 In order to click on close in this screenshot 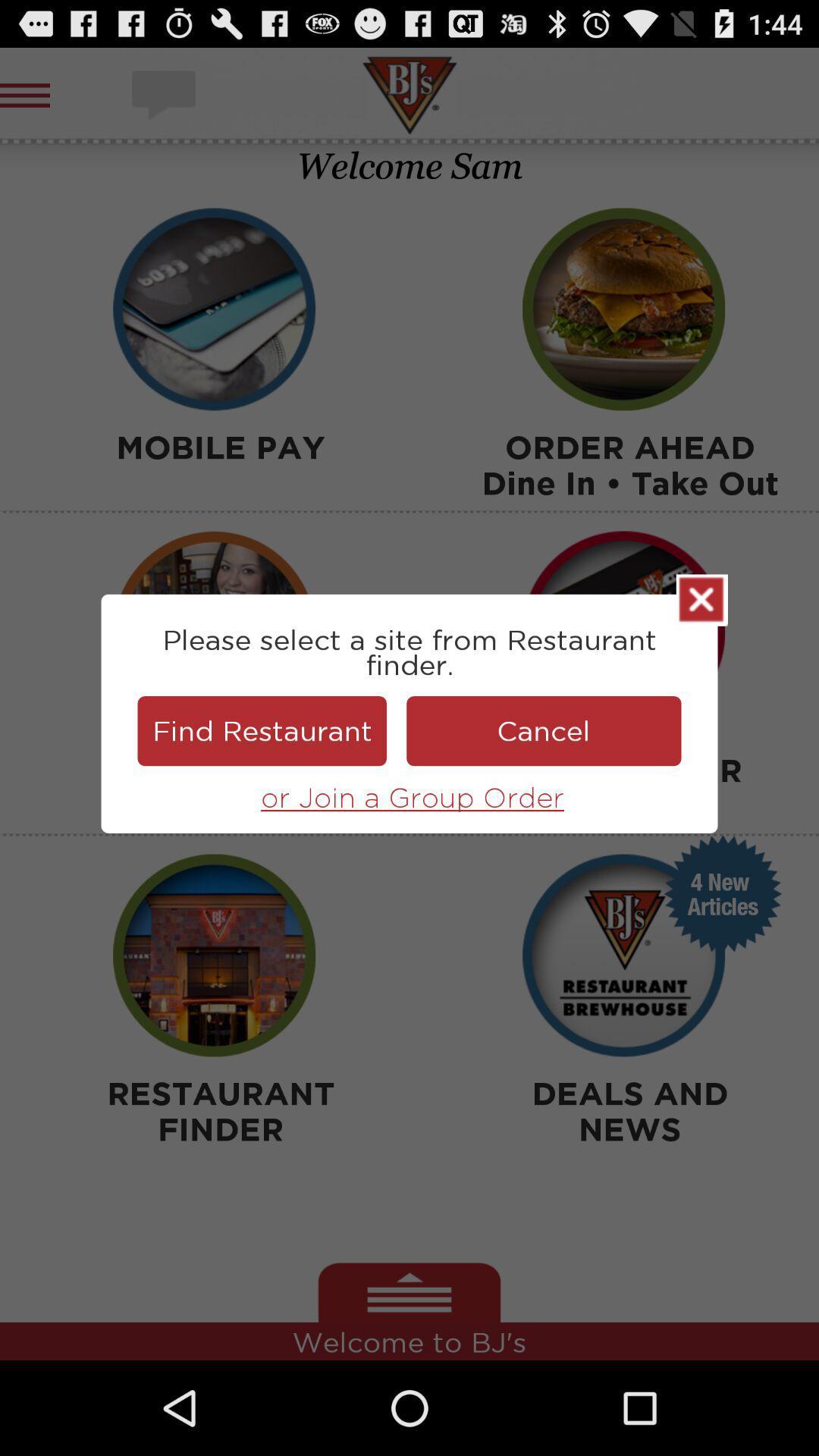, I will do `click(701, 599)`.